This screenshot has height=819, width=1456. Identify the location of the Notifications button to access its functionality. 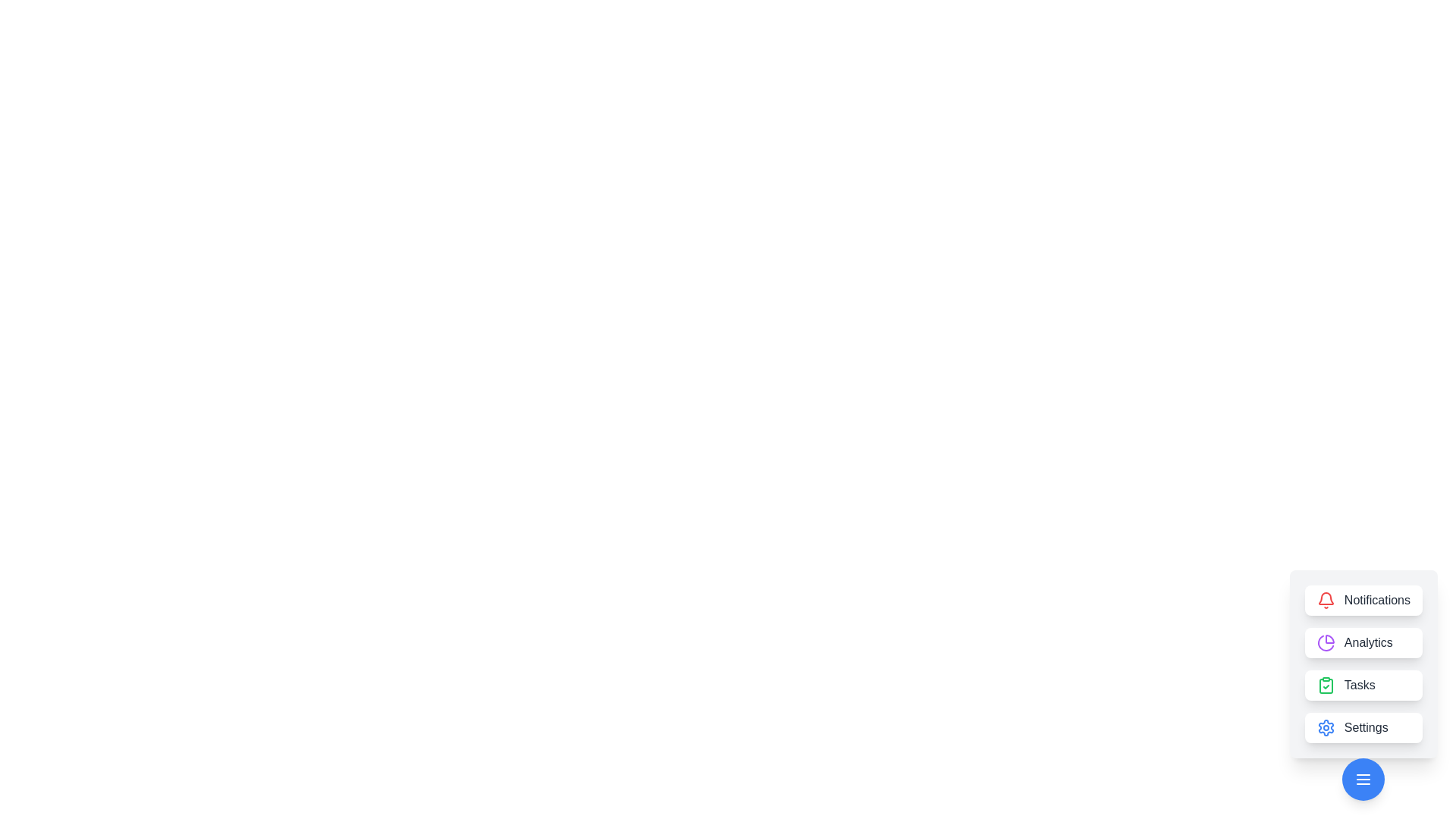
(1363, 599).